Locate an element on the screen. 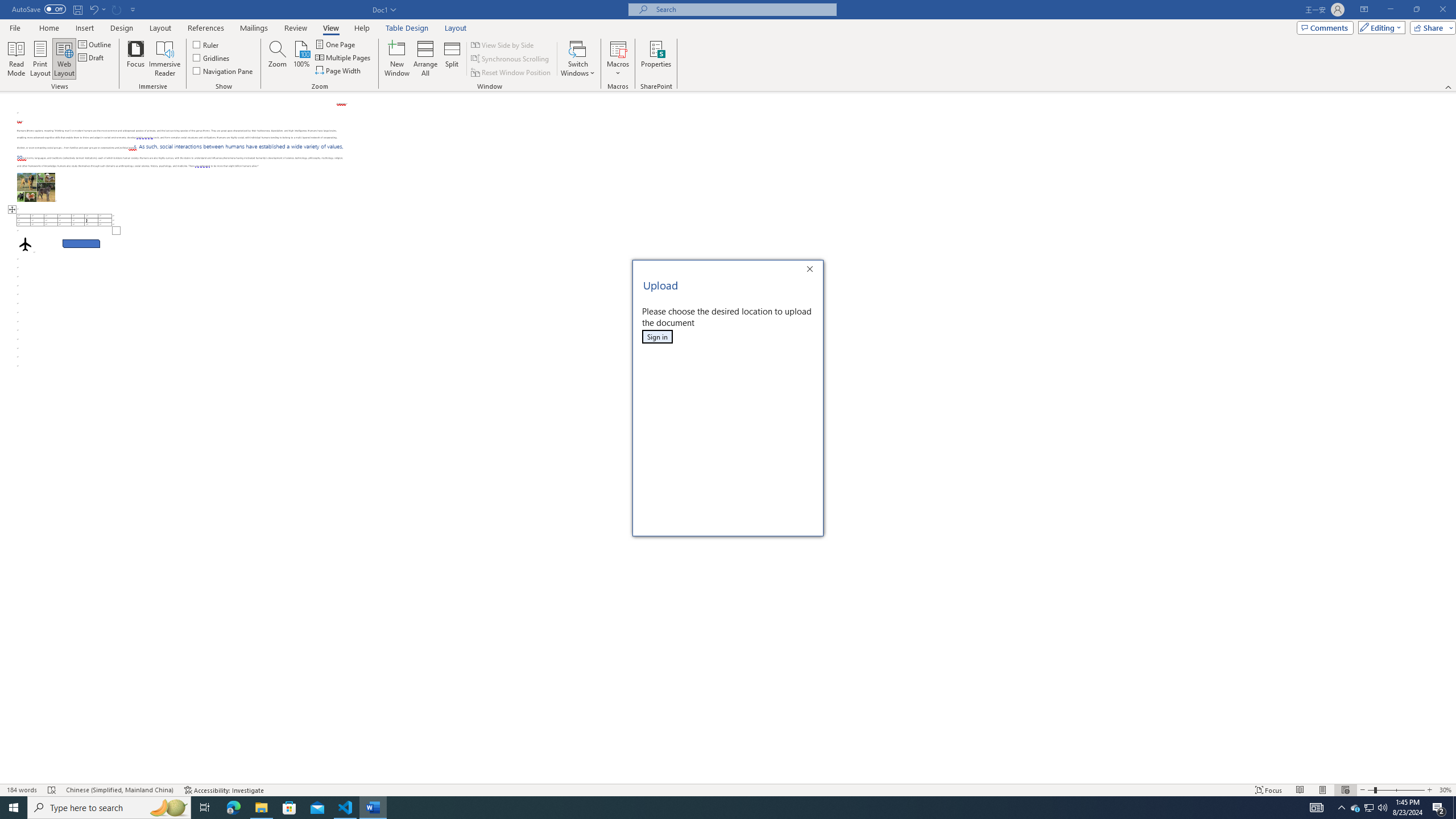 Image resolution: width=1456 pixels, height=819 pixels. 'Undo Row Height Spinner' is located at coordinates (97, 9).